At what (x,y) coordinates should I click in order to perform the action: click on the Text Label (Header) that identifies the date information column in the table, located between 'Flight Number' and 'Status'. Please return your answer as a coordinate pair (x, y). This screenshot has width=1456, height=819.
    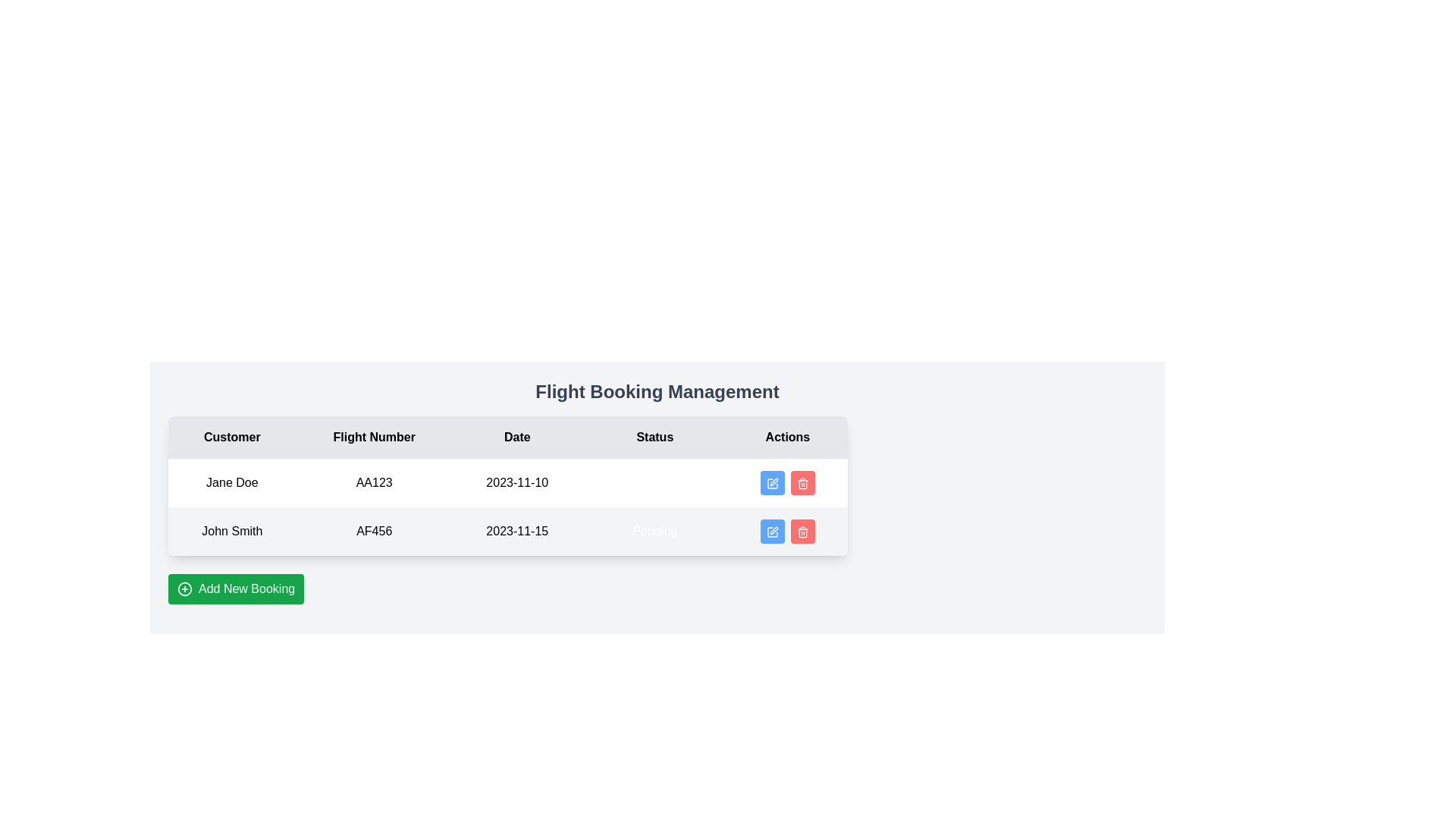
    Looking at the image, I should click on (517, 438).